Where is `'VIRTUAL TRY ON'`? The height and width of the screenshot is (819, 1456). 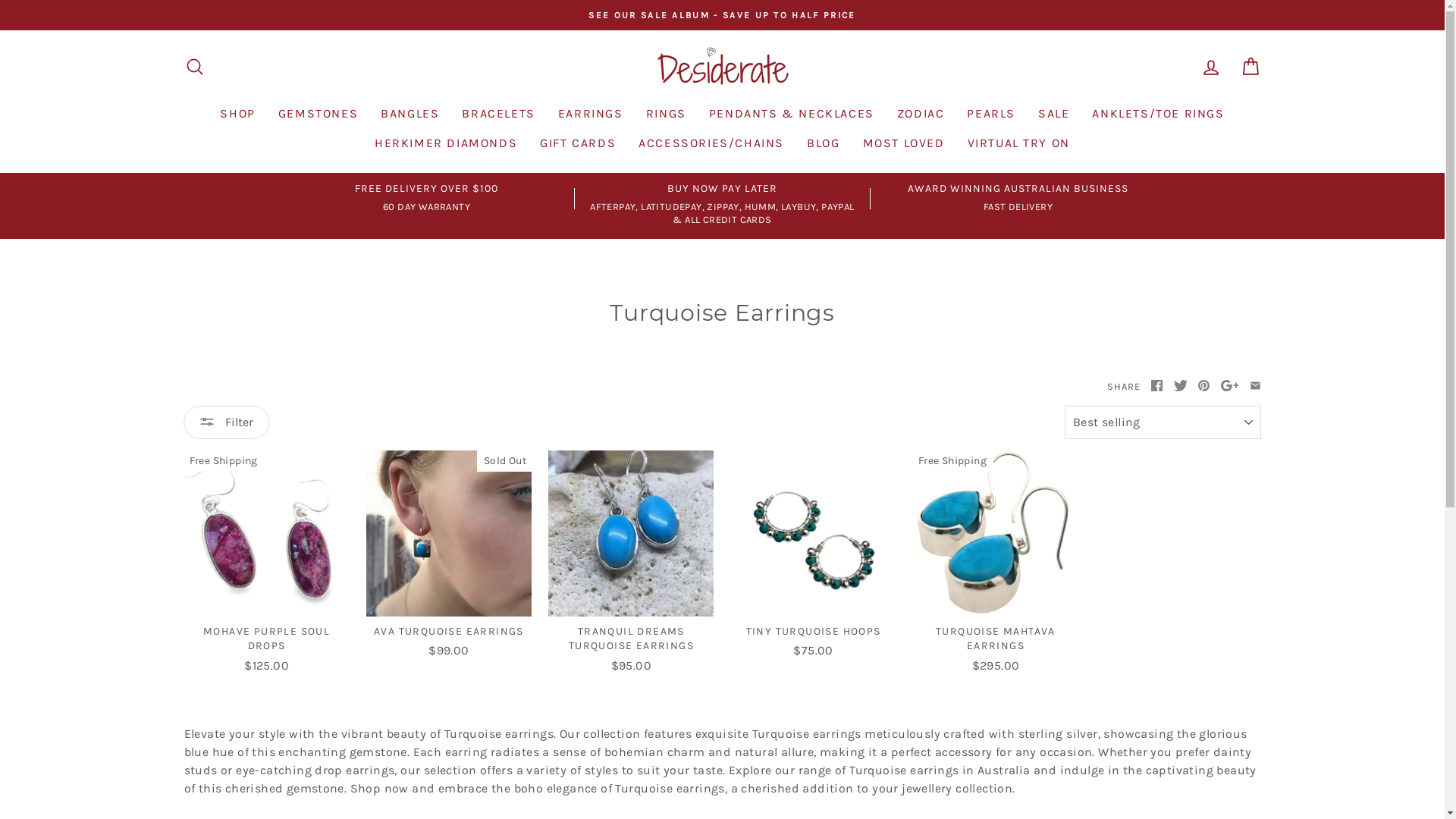 'VIRTUAL TRY ON' is located at coordinates (954, 143).